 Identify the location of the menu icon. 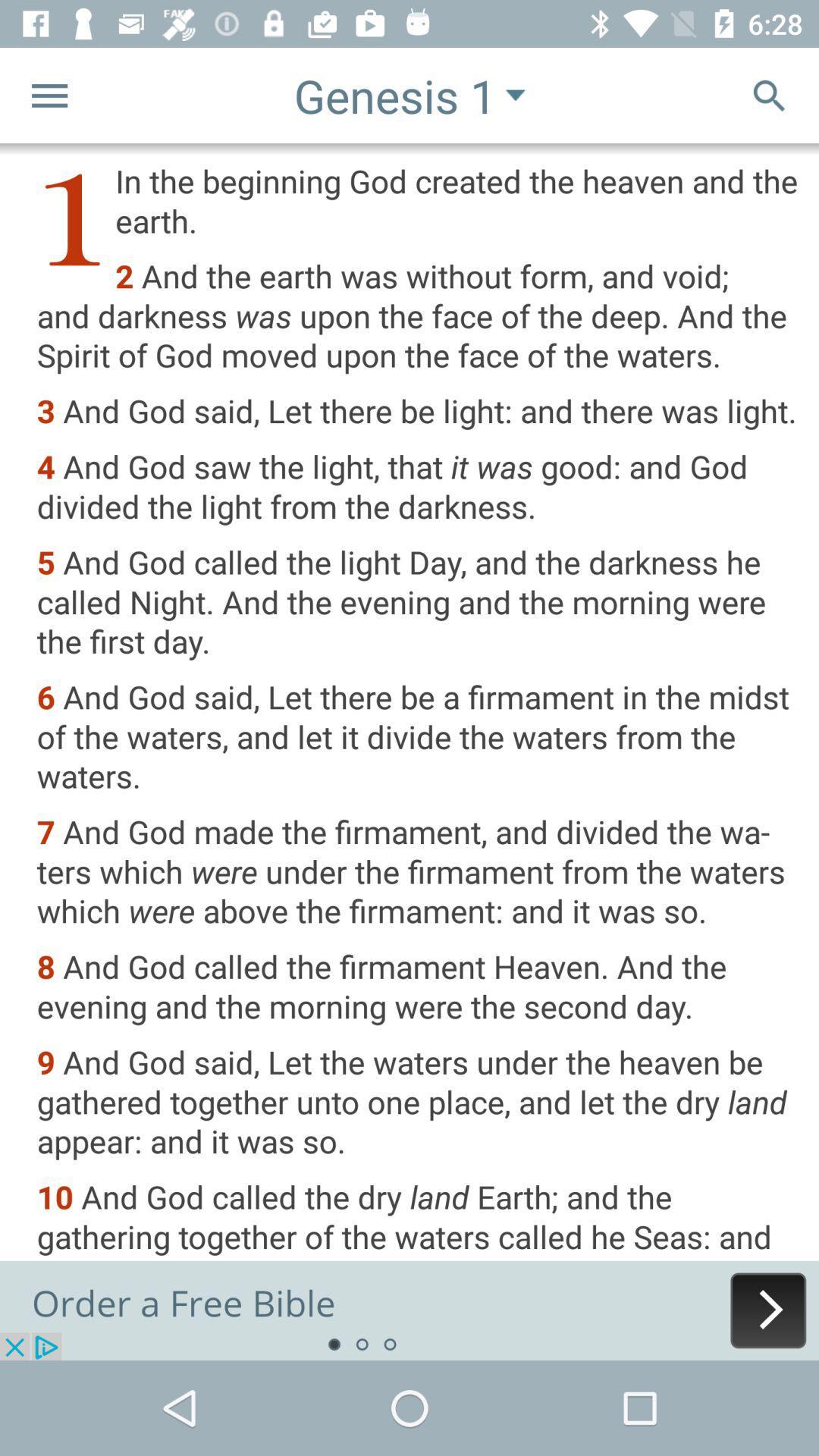
(49, 94).